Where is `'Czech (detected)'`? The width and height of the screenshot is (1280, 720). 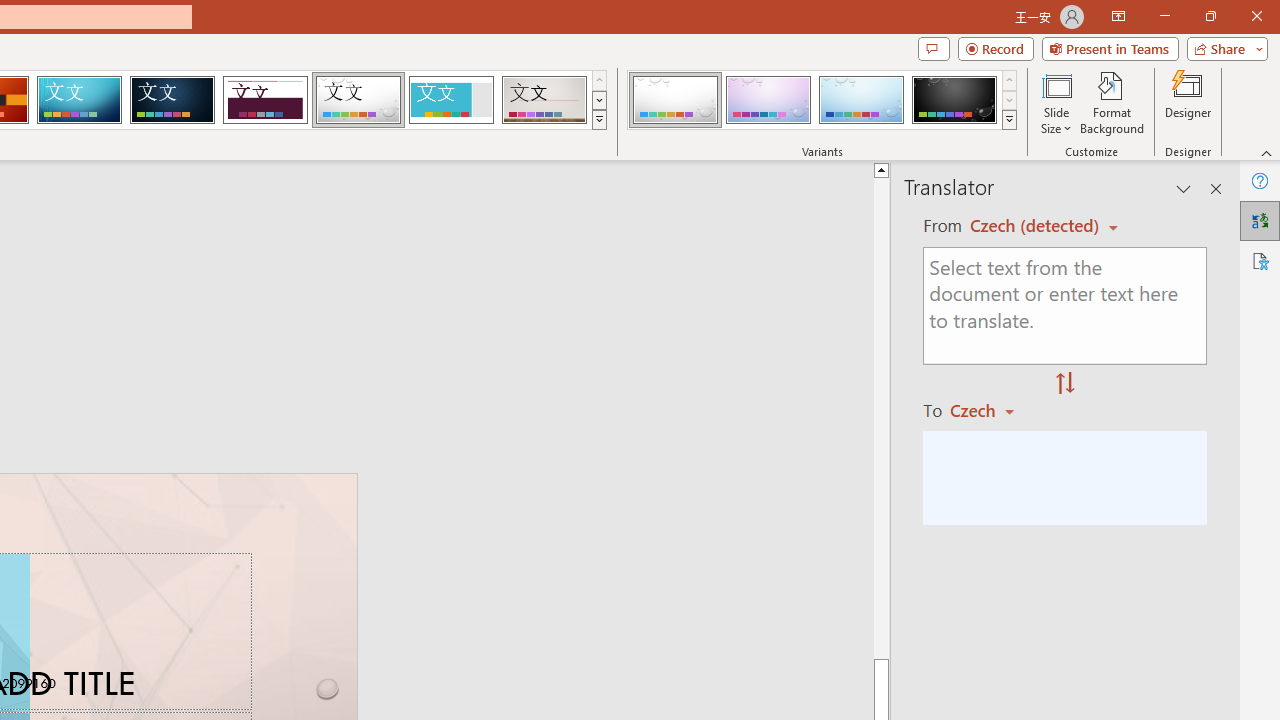 'Czech (detected)' is located at coordinates (1037, 225).